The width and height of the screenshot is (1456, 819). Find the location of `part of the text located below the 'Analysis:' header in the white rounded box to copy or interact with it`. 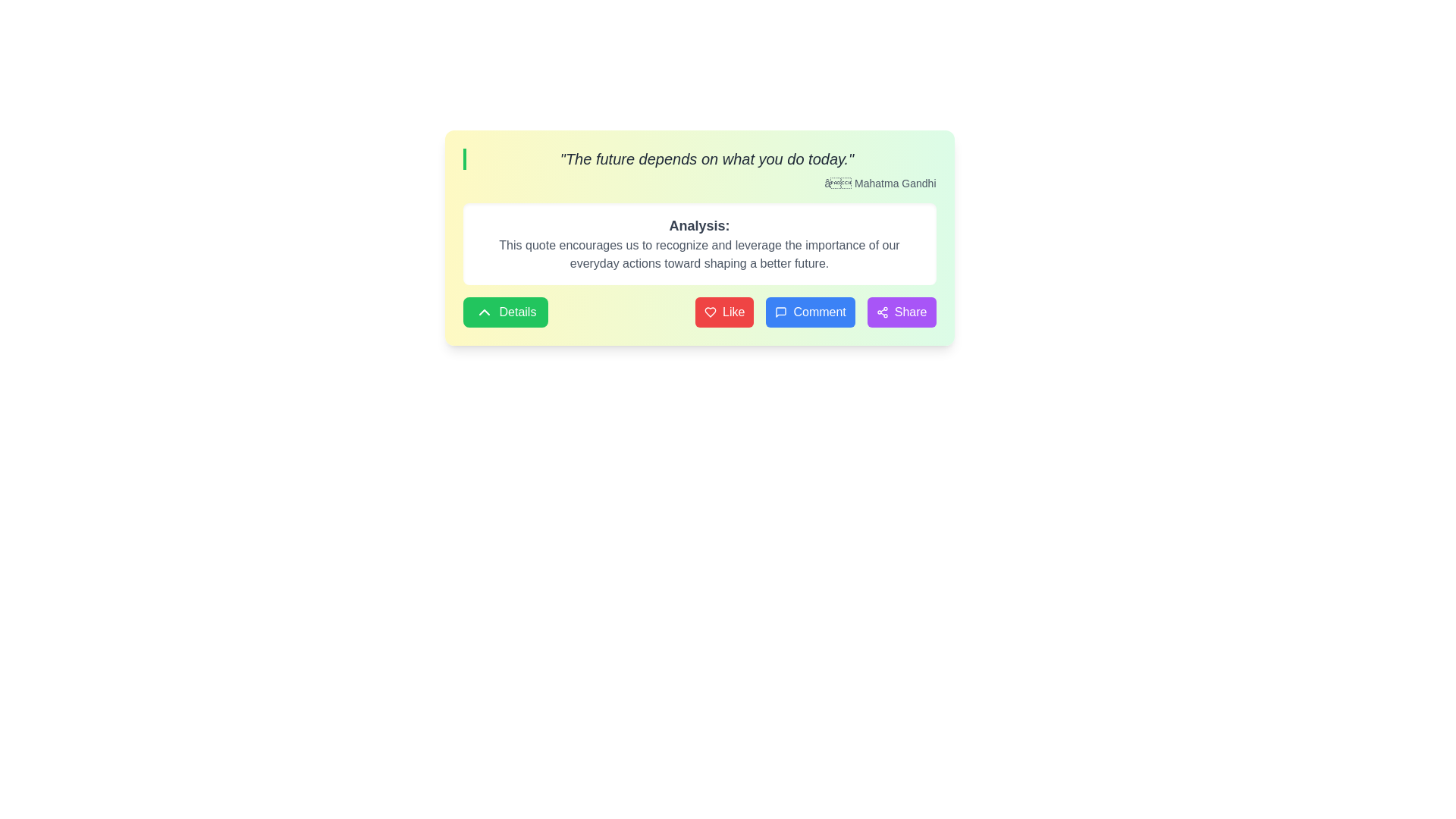

part of the text located below the 'Analysis:' header in the white rounded box to copy or interact with it is located at coordinates (698, 253).